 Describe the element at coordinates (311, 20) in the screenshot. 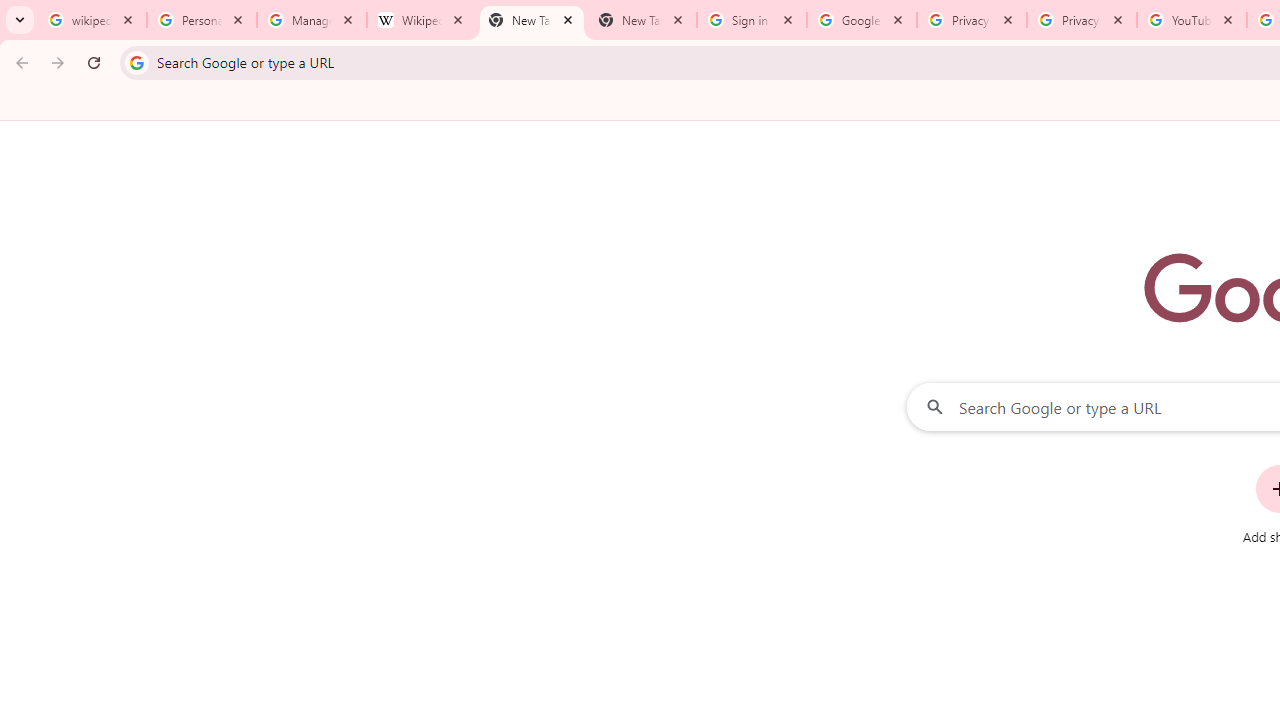

I see `'Manage your Location History - Google Search Help'` at that location.